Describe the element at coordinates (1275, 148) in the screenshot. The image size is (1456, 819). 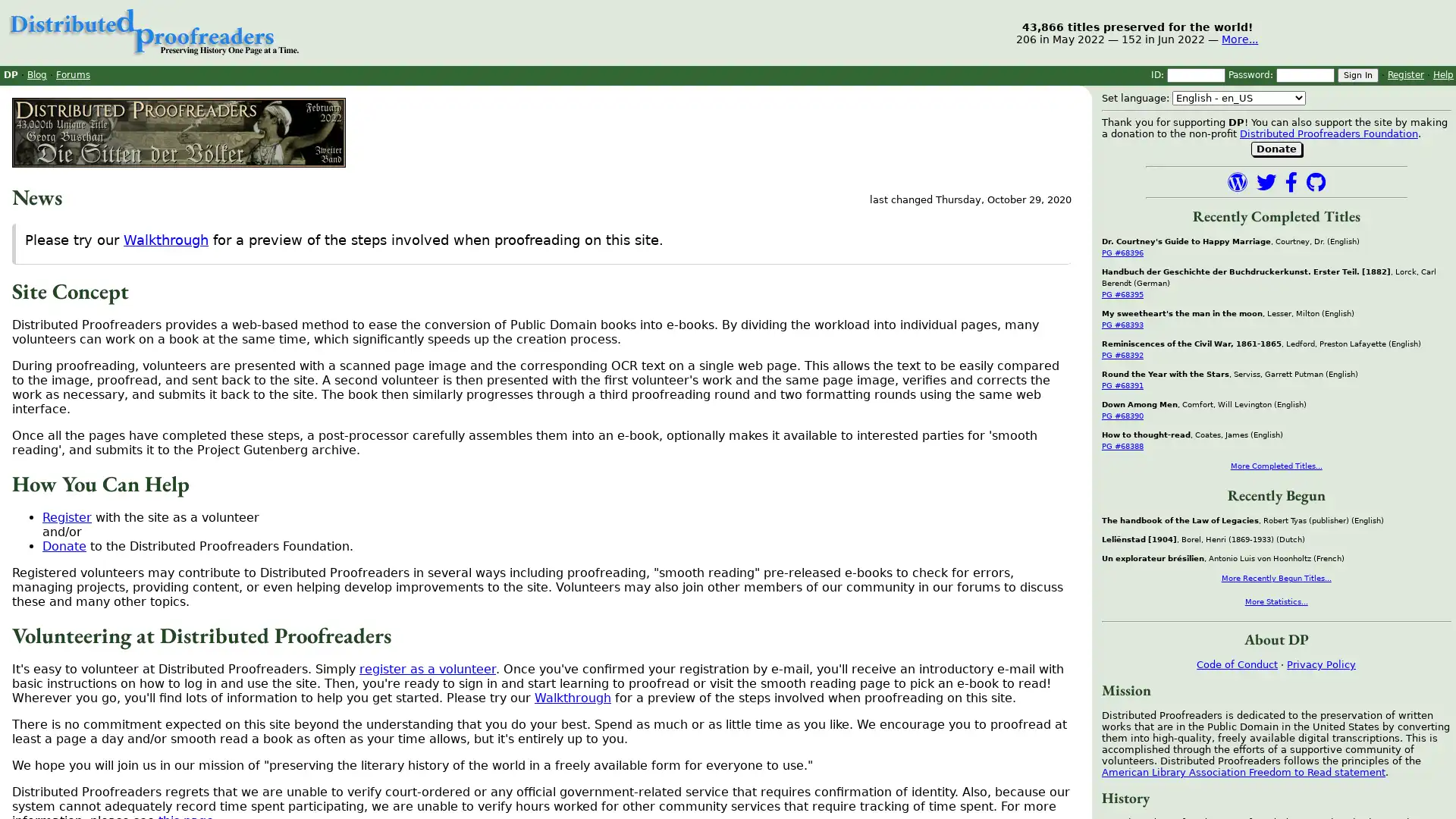
I see `Donate` at that location.